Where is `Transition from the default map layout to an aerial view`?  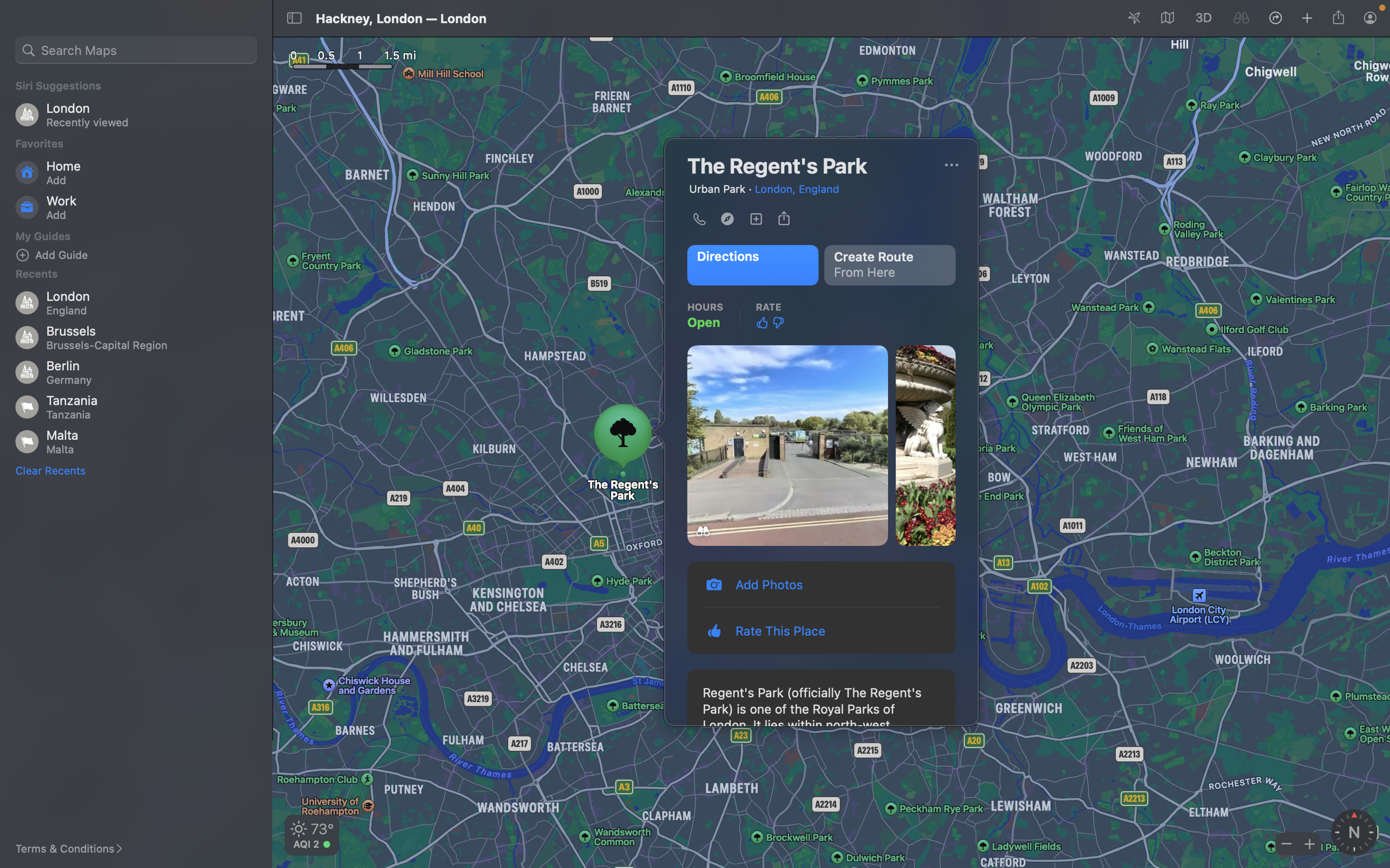 Transition from the default map layout to an aerial view is located at coordinates (951, 165).